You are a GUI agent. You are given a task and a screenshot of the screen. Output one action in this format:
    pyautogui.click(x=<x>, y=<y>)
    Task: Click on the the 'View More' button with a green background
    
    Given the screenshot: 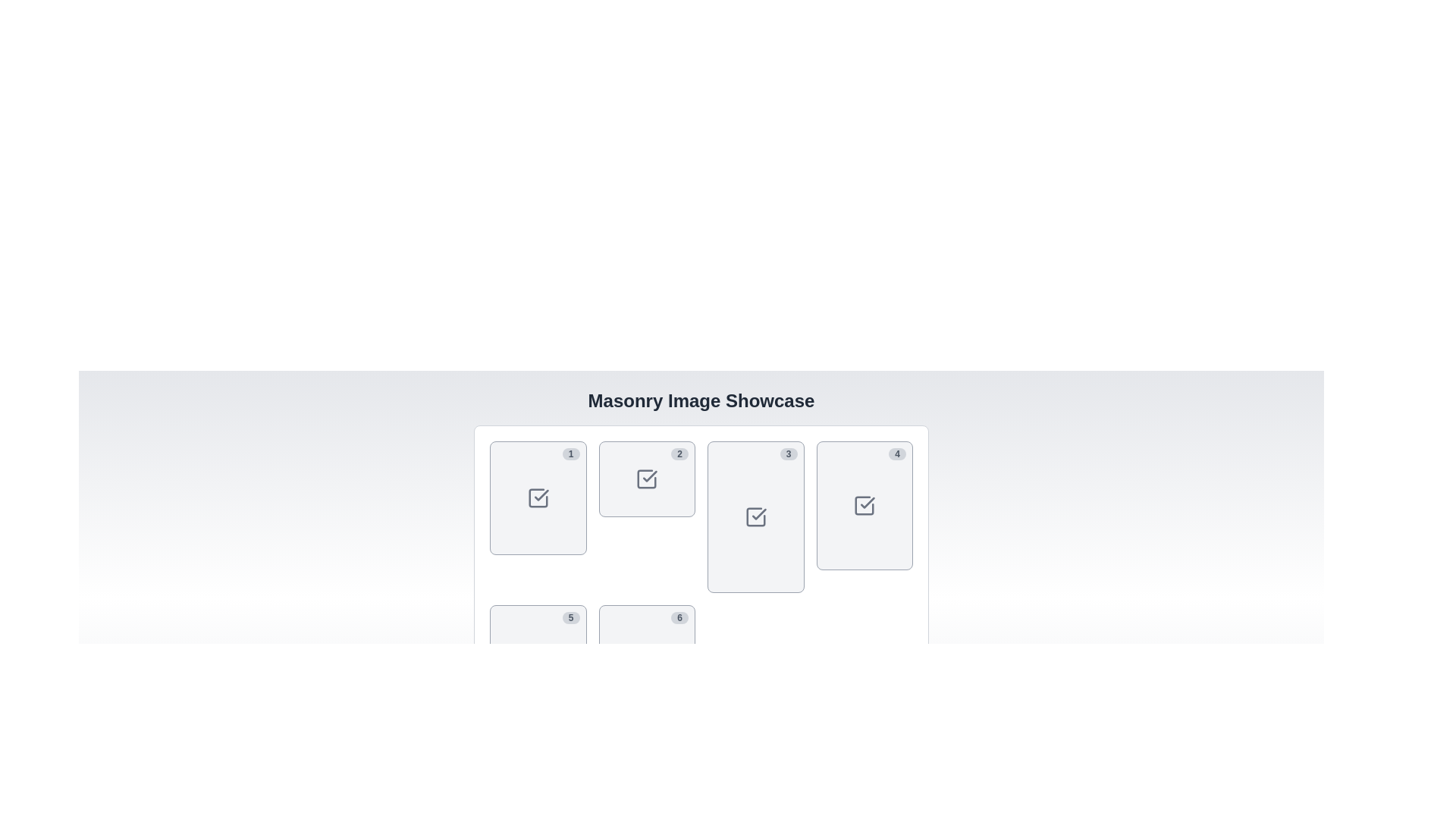 What is the action you would take?
    pyautogui.click(x=538, y=497)
    